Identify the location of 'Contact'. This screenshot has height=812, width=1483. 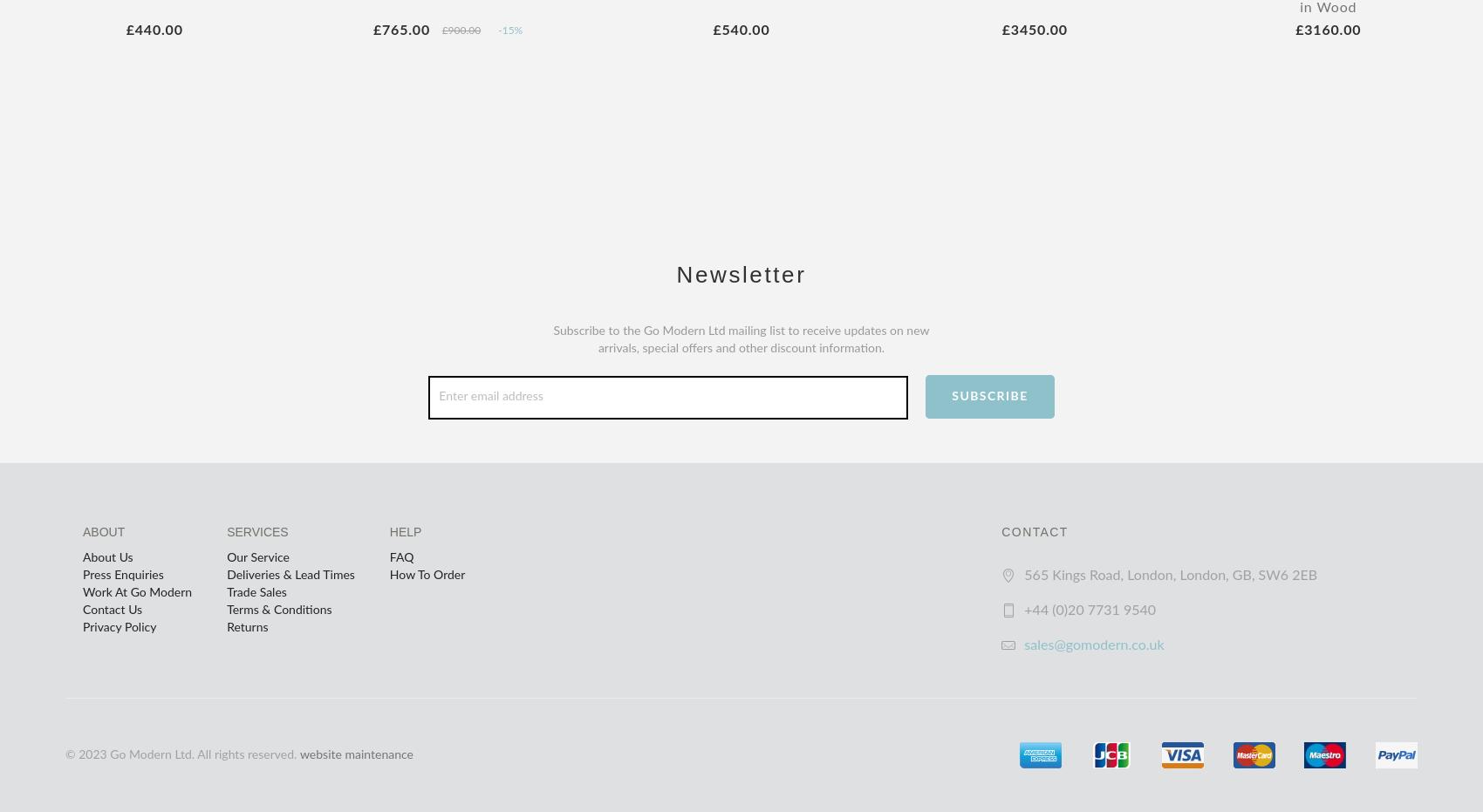
(1033, 530).